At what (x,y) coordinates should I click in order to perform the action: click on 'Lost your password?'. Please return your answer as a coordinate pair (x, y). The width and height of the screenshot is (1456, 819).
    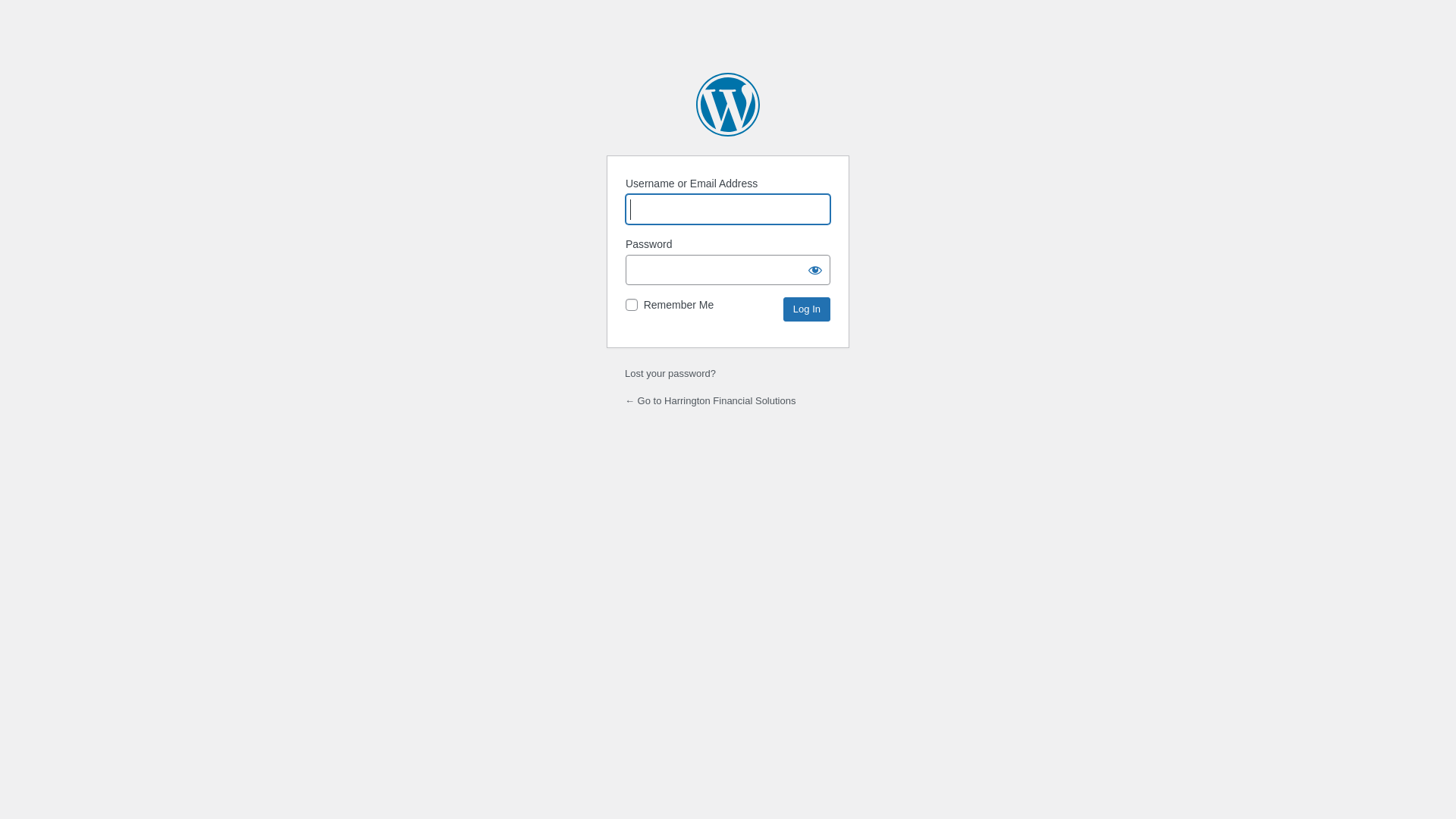
    Looking at the image, I should click on (625, 373).